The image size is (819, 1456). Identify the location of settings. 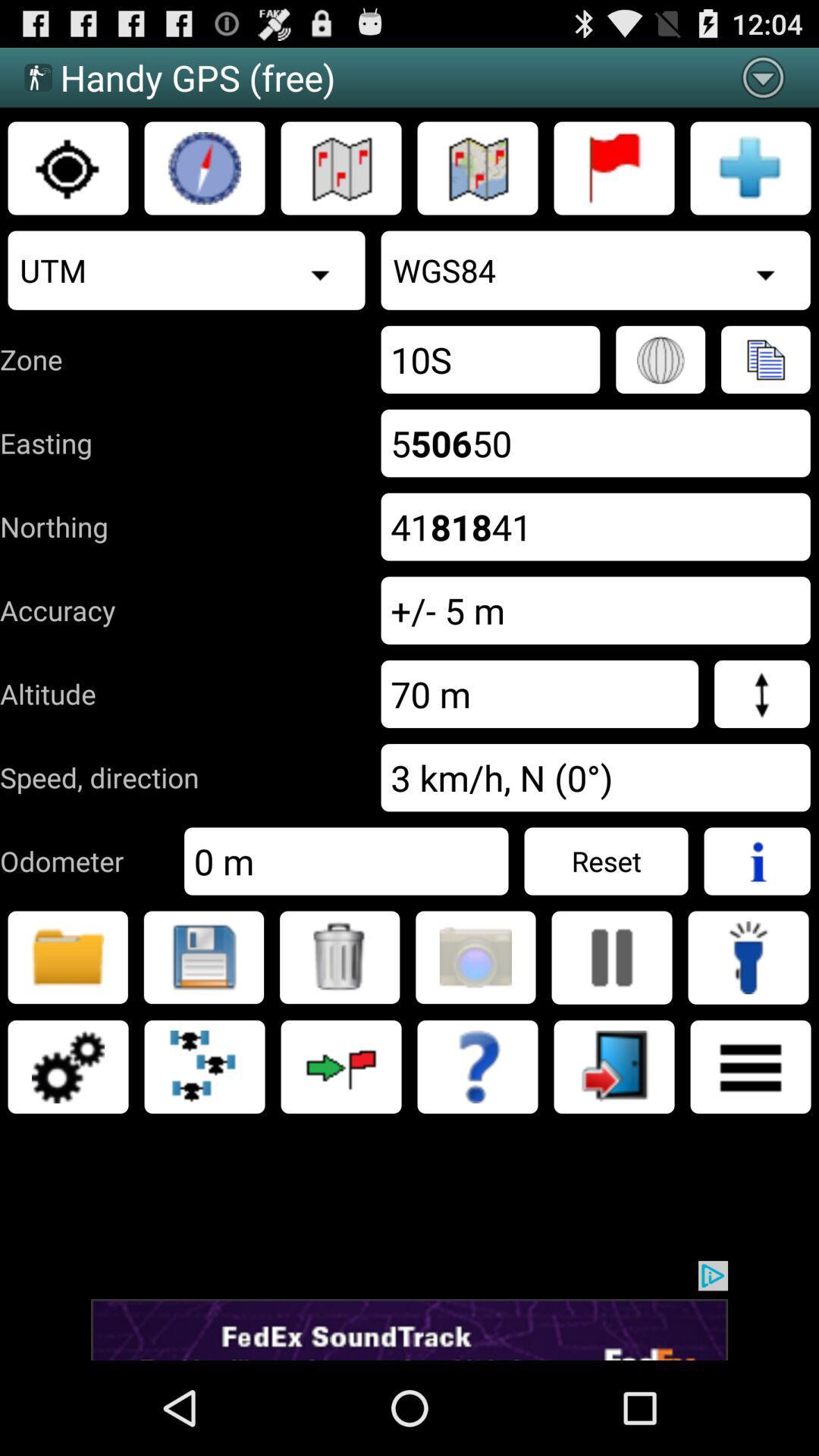
(67, 1065).